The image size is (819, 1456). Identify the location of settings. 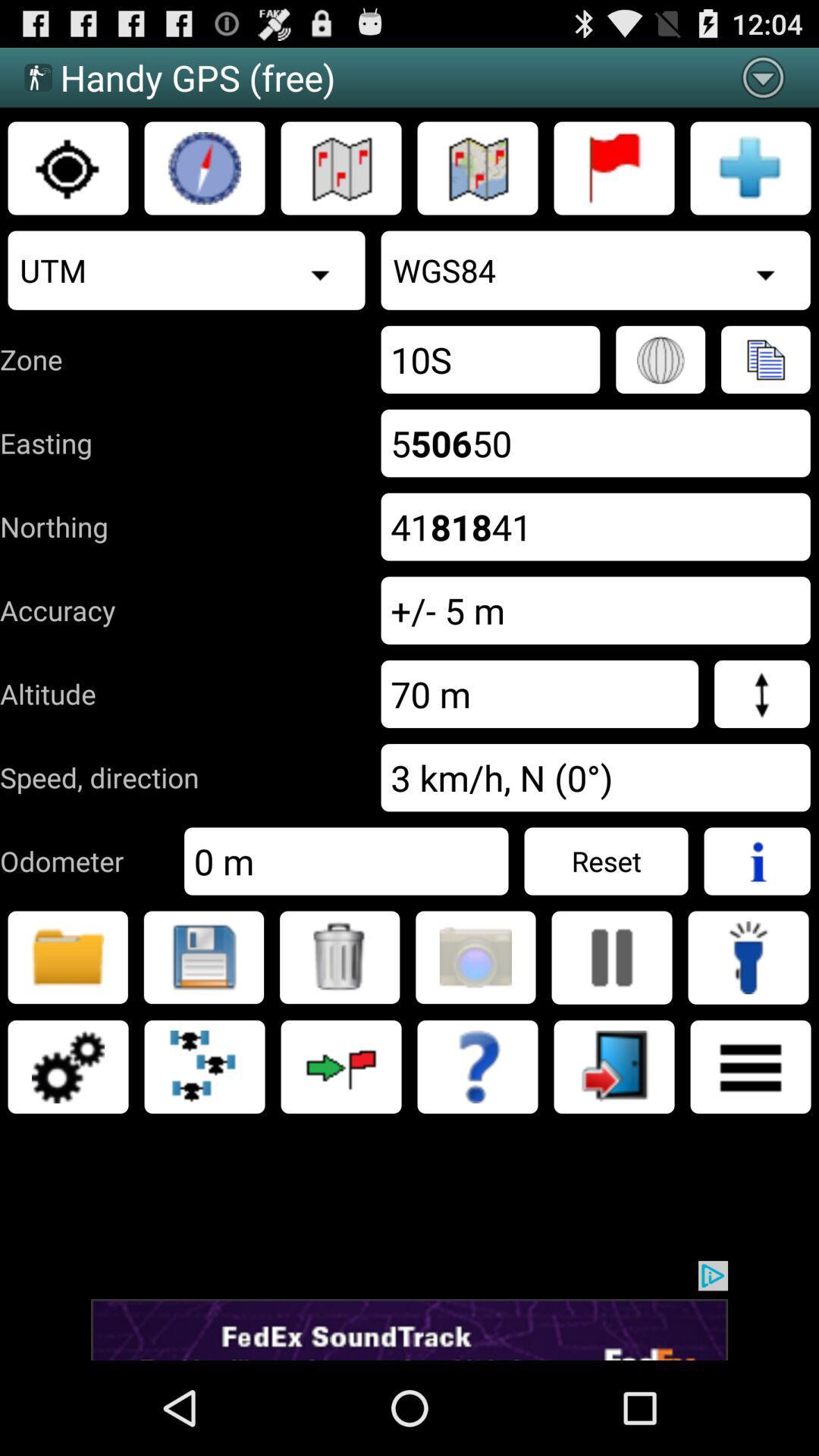
(67, 1065).